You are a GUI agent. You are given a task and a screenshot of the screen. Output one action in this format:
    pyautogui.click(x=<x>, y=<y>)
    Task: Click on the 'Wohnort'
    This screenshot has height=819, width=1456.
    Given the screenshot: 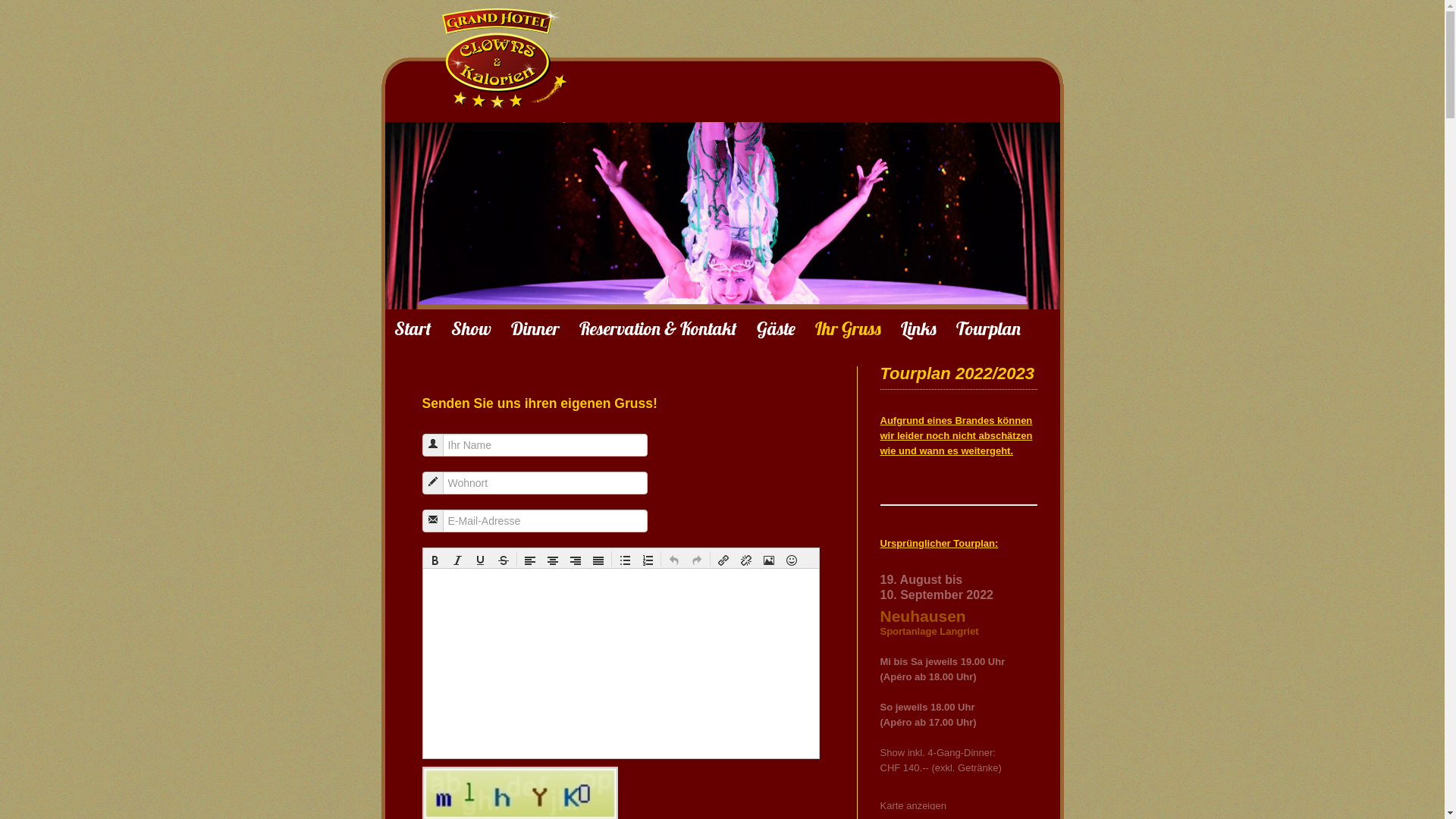 What is the action you would take?
    pyautogui.click(x=432, y=482)
    